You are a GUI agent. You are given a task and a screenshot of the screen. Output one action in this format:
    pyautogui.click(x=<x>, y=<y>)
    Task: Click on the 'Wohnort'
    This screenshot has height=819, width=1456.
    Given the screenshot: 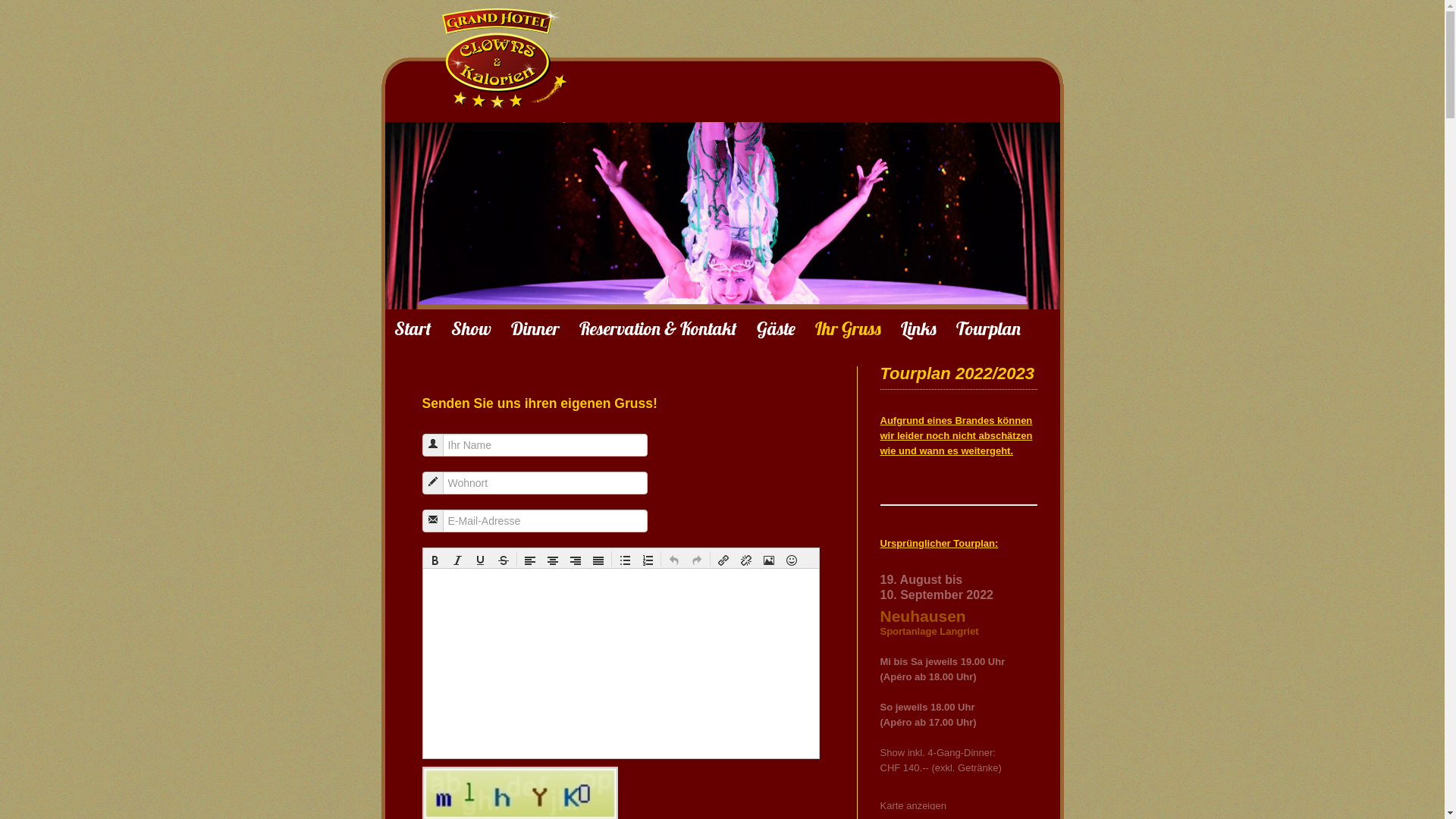 What is the action you would take?
    pyautogui.click(x=432, y=482)
    